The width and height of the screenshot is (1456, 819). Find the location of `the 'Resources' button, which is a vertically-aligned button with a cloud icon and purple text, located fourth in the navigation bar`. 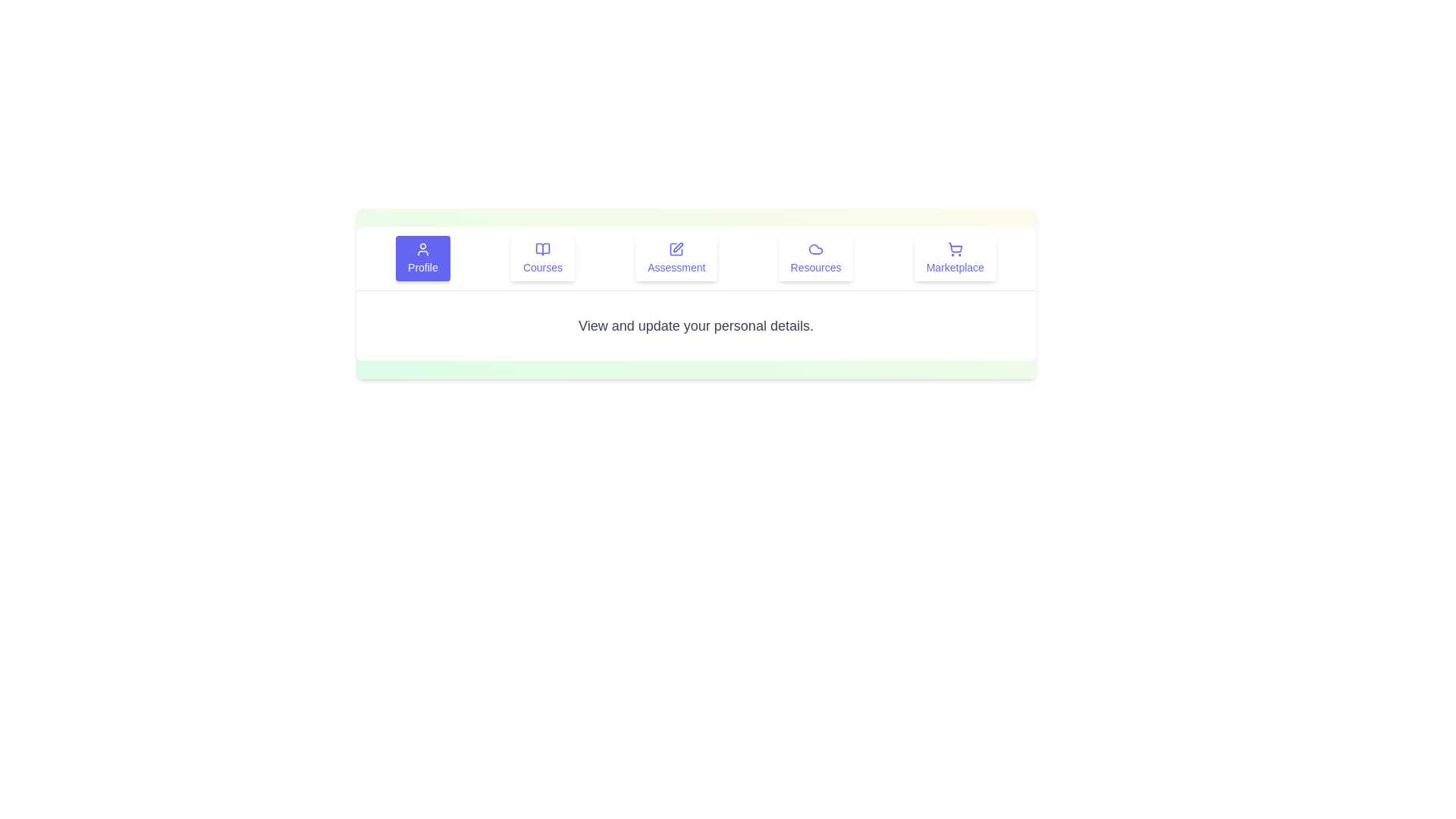

the 'Resources' button, which is a vertically-aligned button with a cloud icon and purple text, located fourth in the navigation bar is located at coordinates (814, 257).